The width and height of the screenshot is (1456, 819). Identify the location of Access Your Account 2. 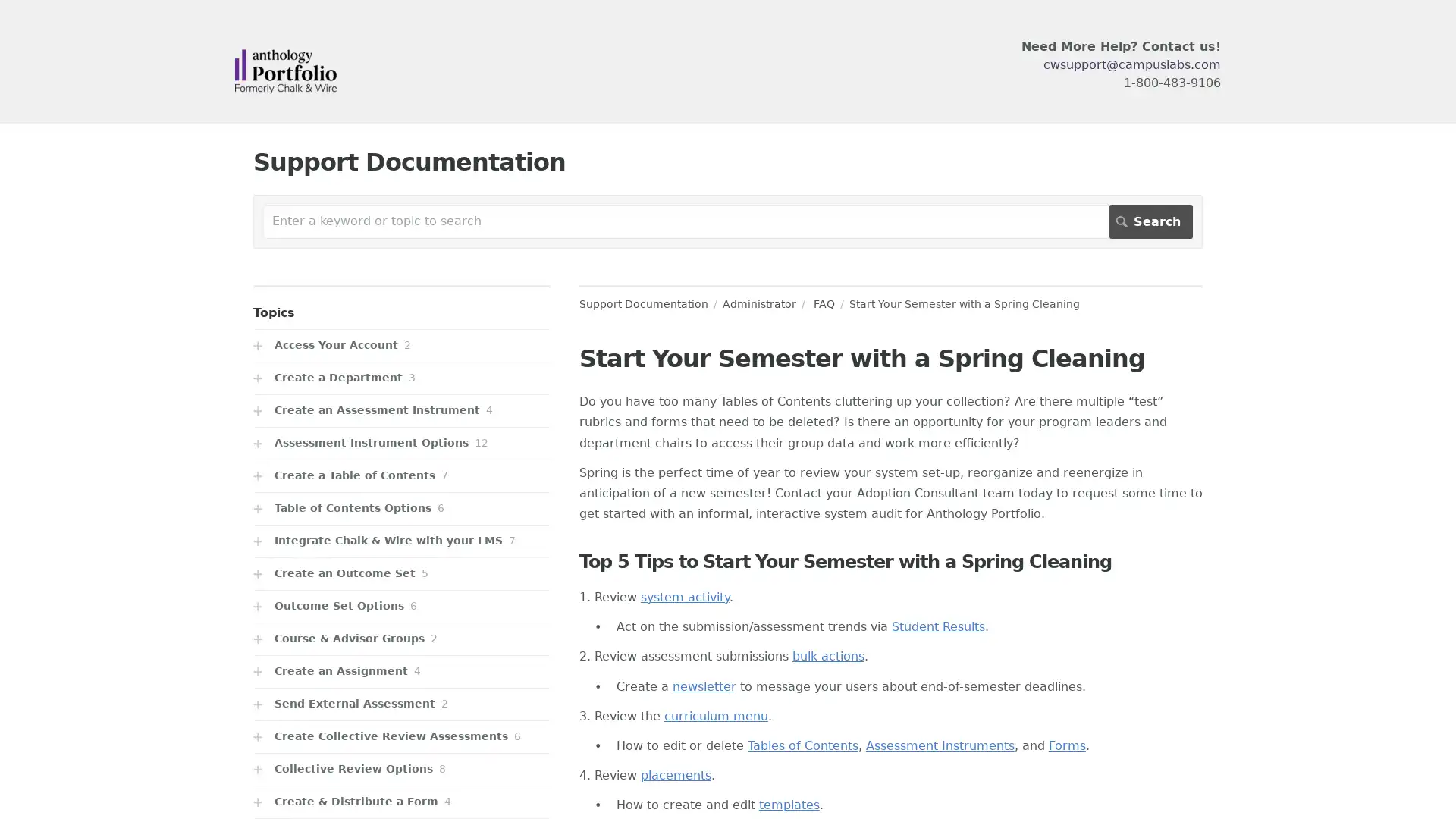
(401, 345).